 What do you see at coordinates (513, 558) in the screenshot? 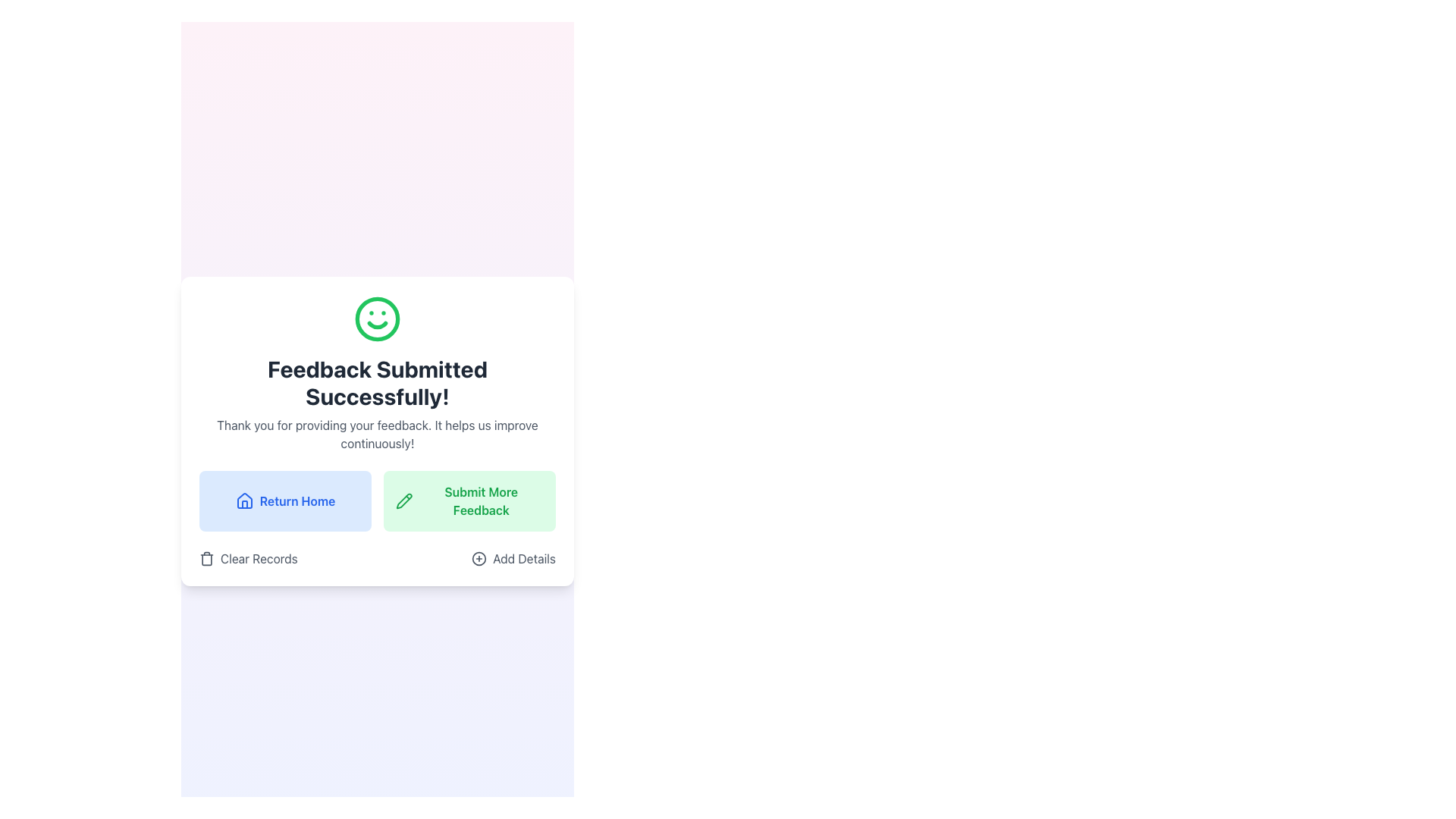
I see `the 'Add Details' button, which is styled gray and has a plus icon, located to the right of the 'Clear Records' button in the bottom-right area of the card layout` at bounding box center [513, 558].